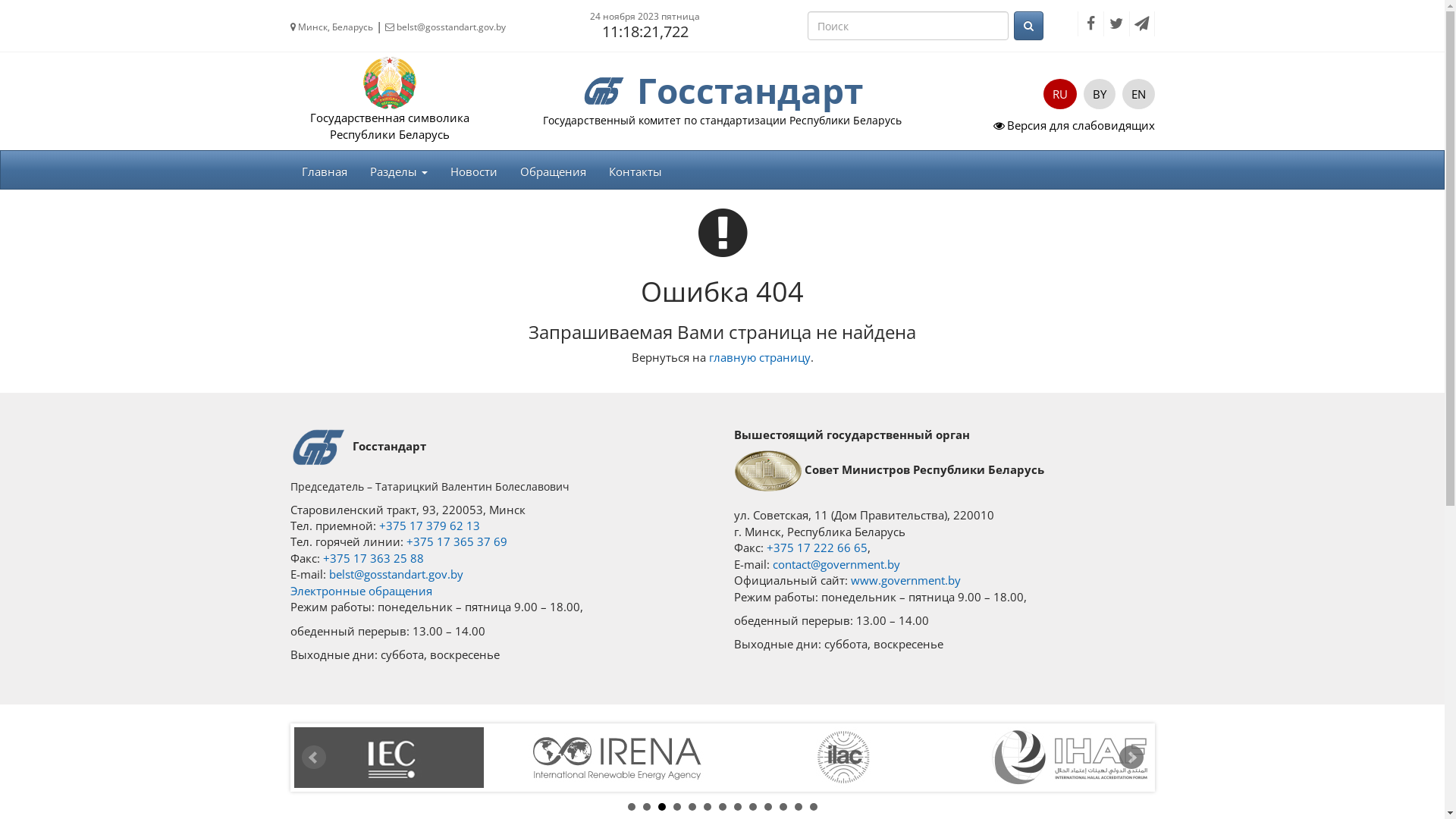  Describe the element at coordinates (767, 806) in the screenshot. I see `'10'` at that location.